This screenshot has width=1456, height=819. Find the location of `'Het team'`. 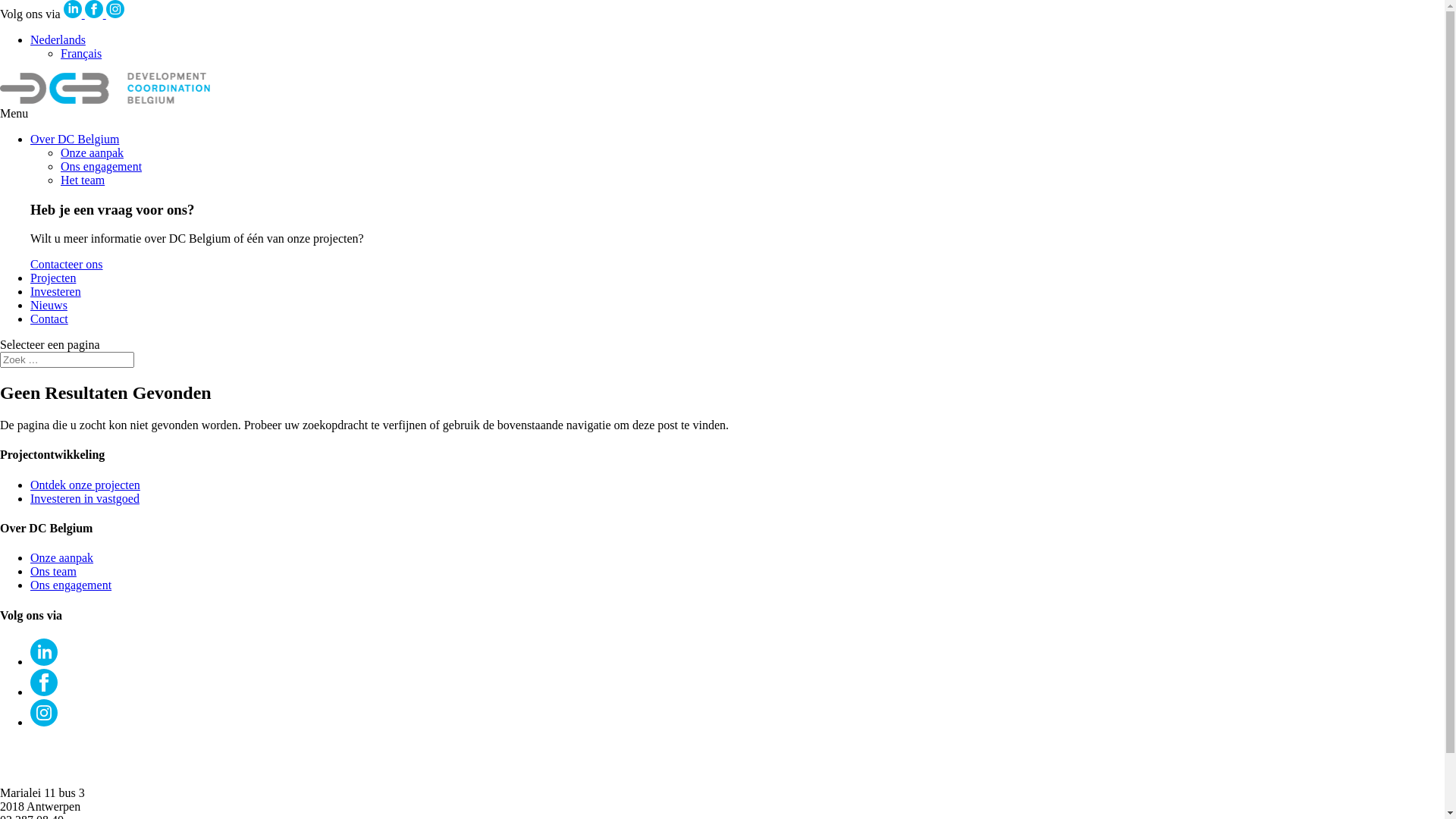

'Het team' is located at coordinates (82, 179).